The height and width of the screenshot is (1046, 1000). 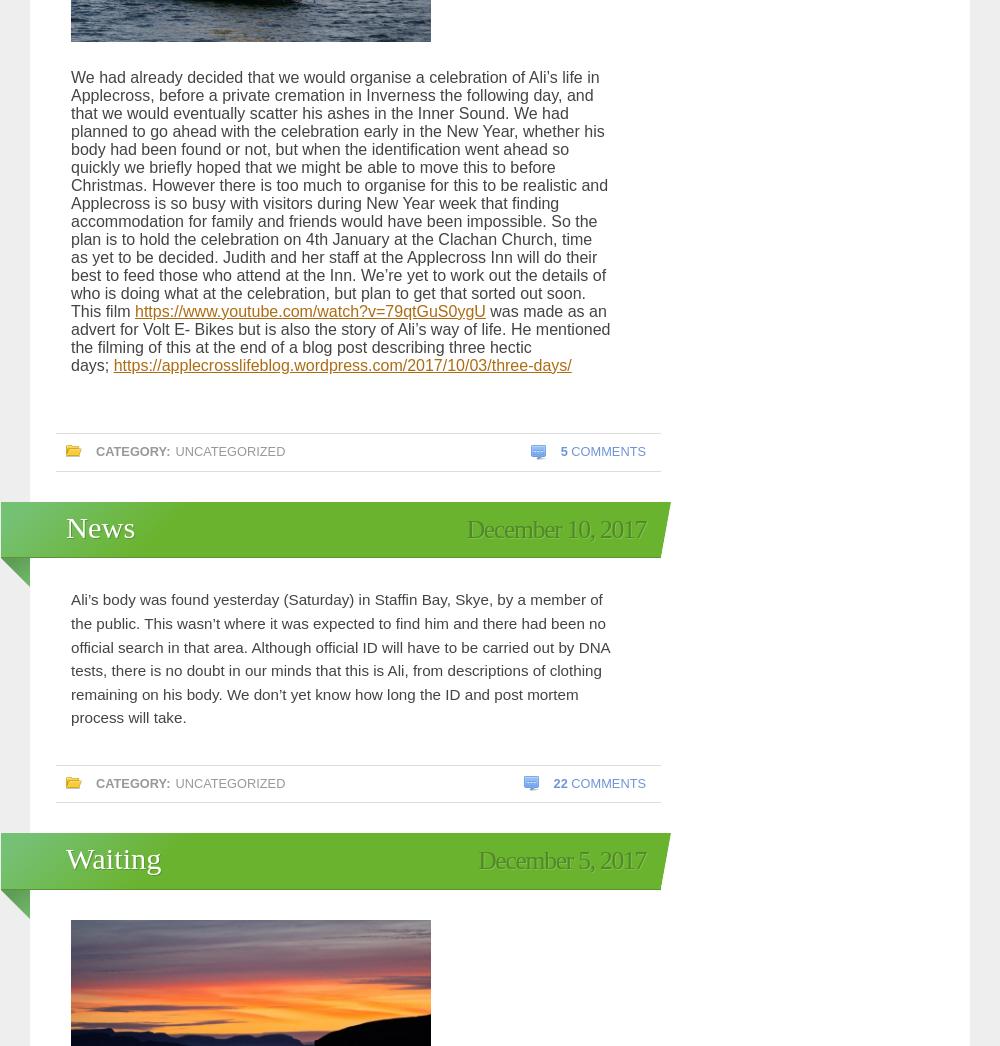 What do you see at coordinates (339, 336) in the screenshot?
I see `'was made as an advert for Volt E- Bikes but is also the story of Ali’s way of life. He mentioned the filming of this at the end of a blog post describing three hectic days;'` at bounding box center [339, 336].